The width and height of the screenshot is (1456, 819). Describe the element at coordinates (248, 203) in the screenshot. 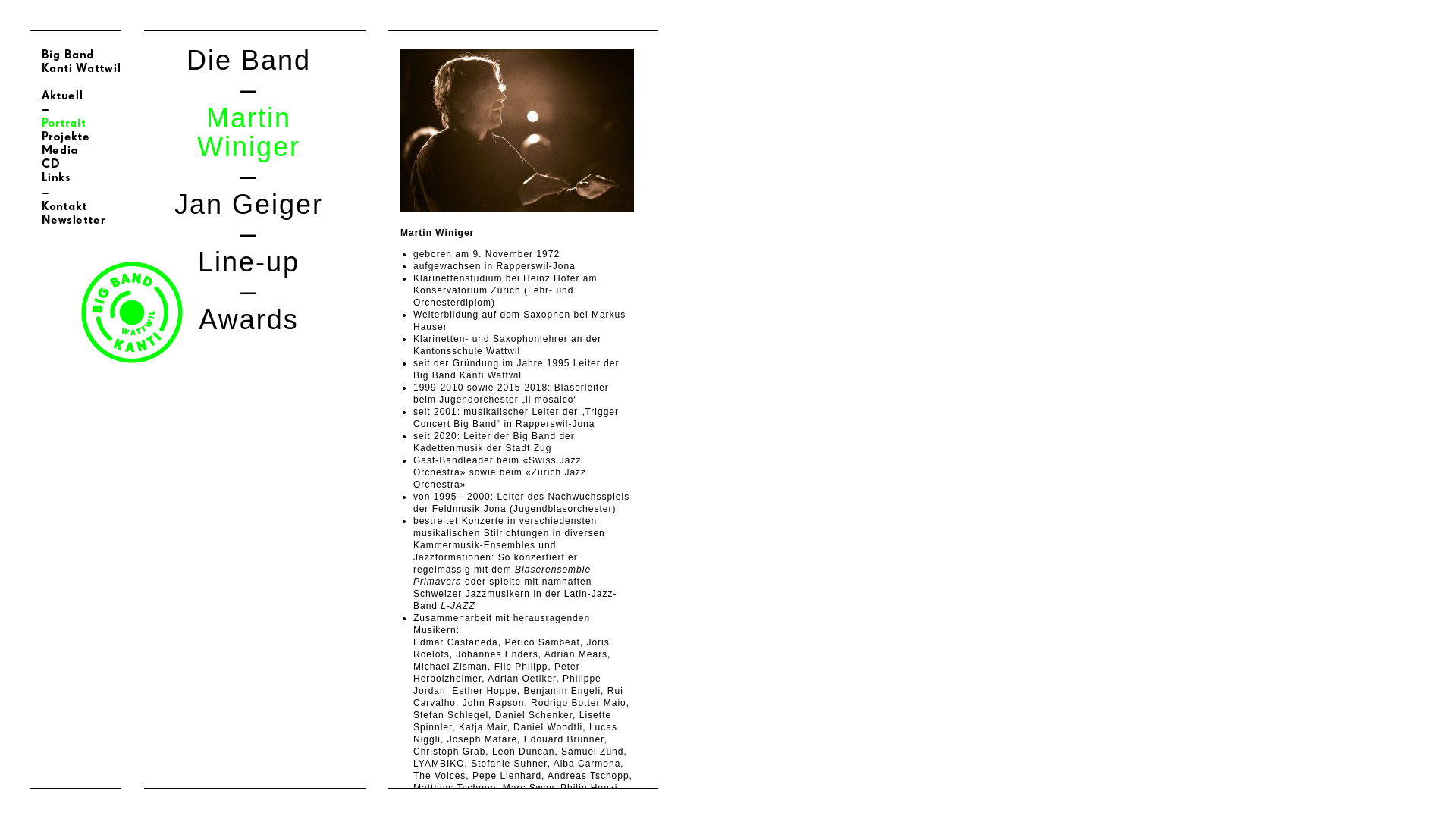

I see `'Jan Geiger'` at that location.